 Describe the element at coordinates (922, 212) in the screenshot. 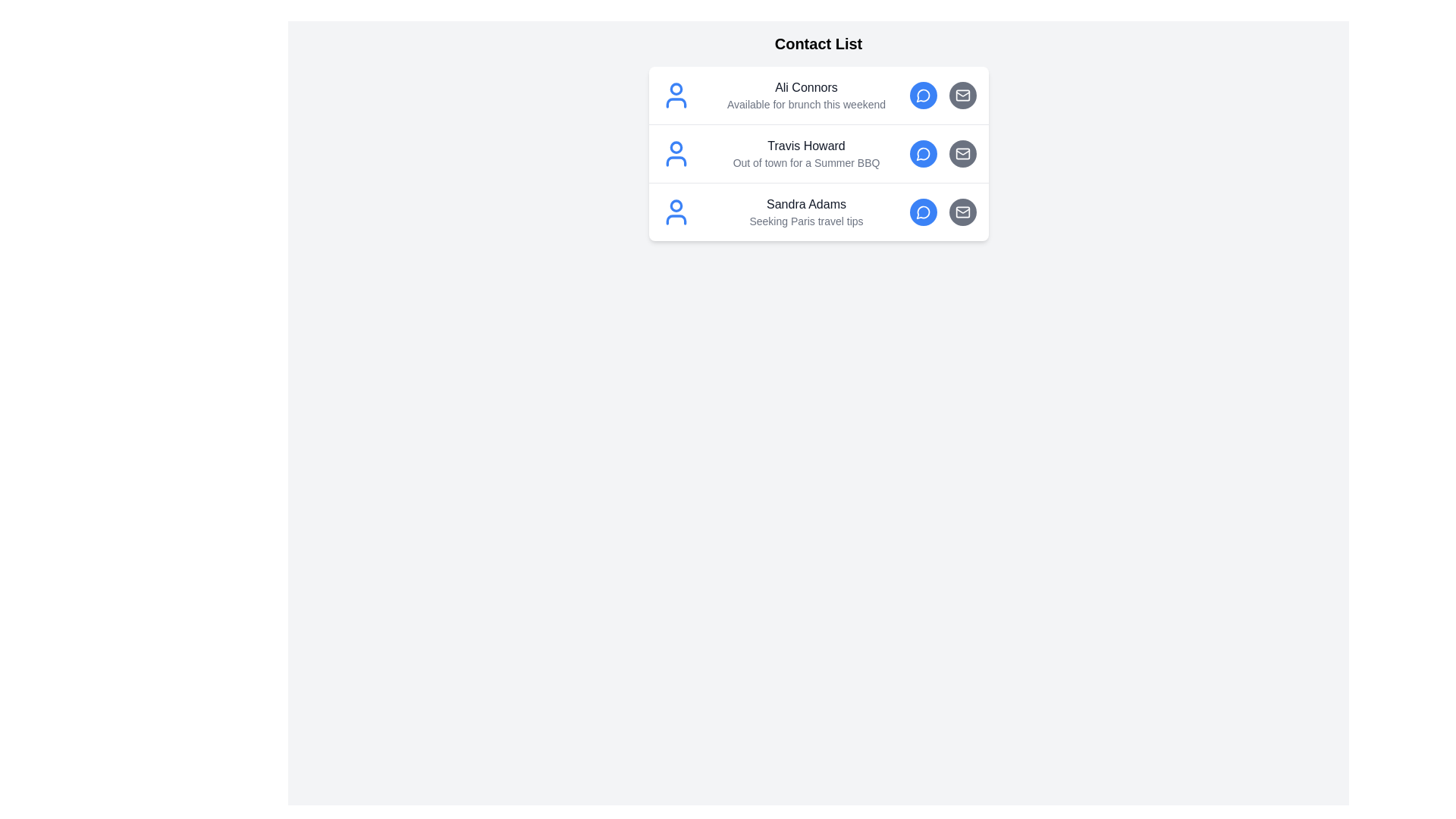

I see `the icon button representing the chat feature for the contact 'Sandra Adams', which is the second interactive icon in the contact entry row` at that location.